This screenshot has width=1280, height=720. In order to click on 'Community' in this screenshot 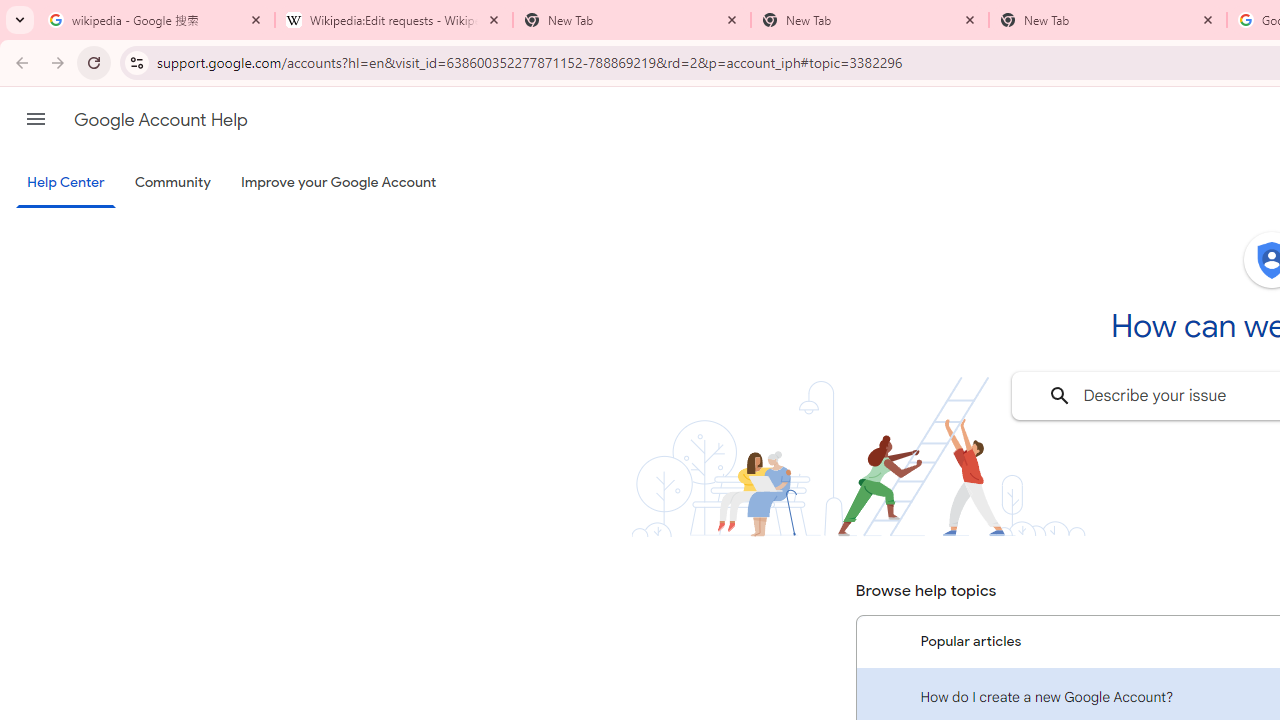, I will do `click(172, 183)`.